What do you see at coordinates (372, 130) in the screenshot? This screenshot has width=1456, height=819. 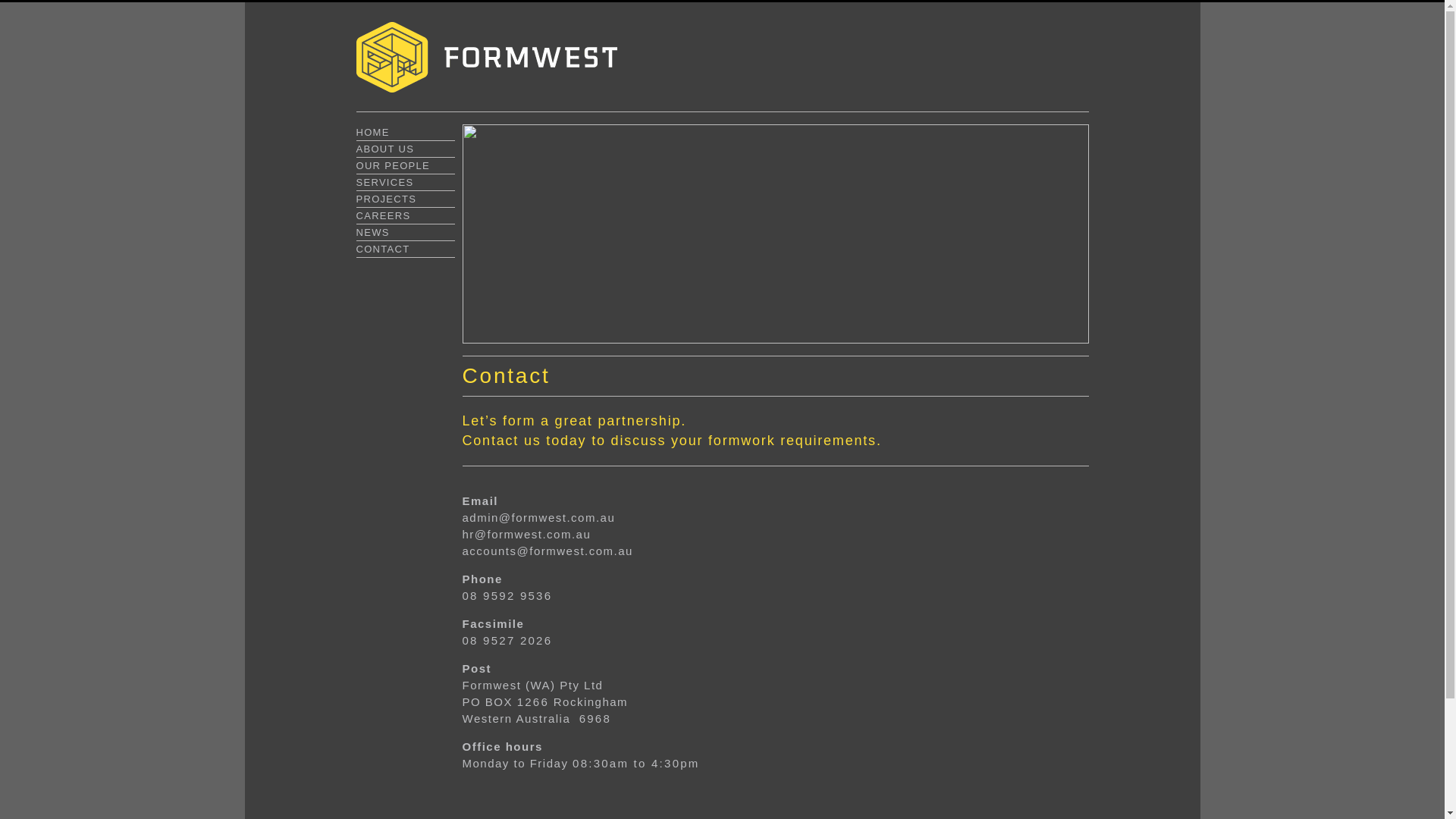 I see `'HOME'` at bounding box center [372, 130].